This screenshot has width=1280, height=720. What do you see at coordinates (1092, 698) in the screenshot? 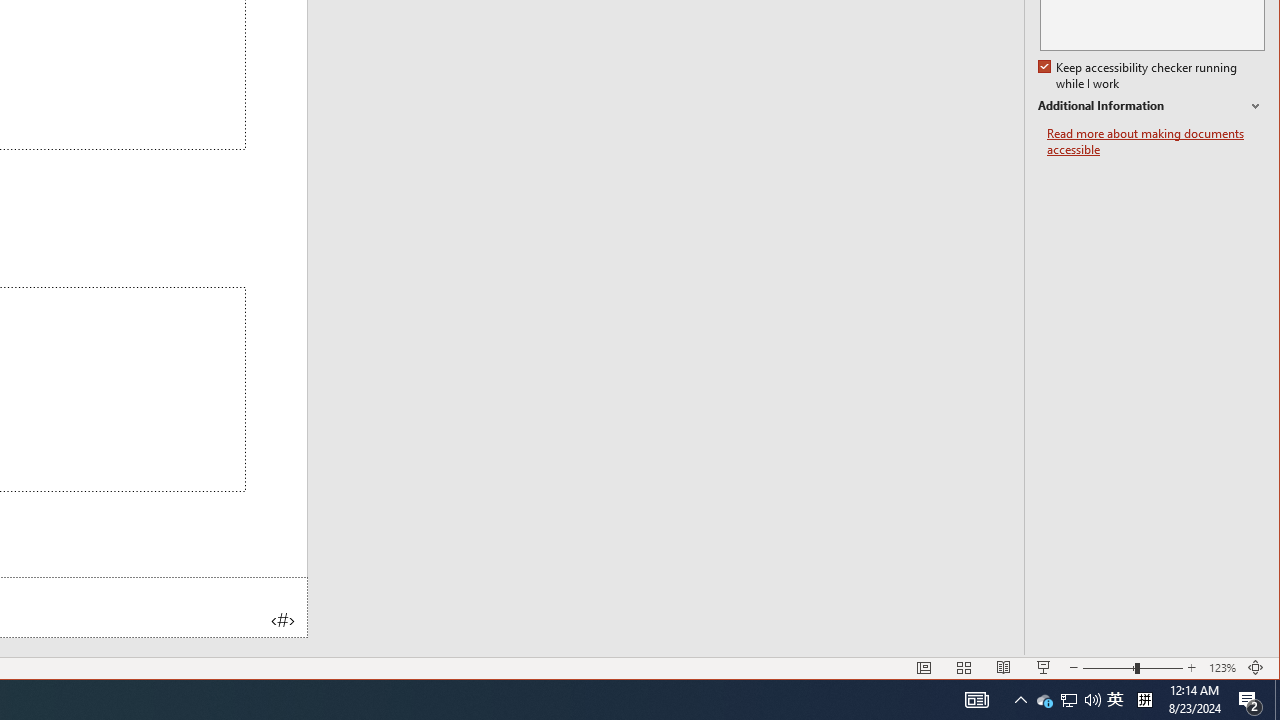
I see `'Q2790: 100%'` at bounding box center [1092, 698].